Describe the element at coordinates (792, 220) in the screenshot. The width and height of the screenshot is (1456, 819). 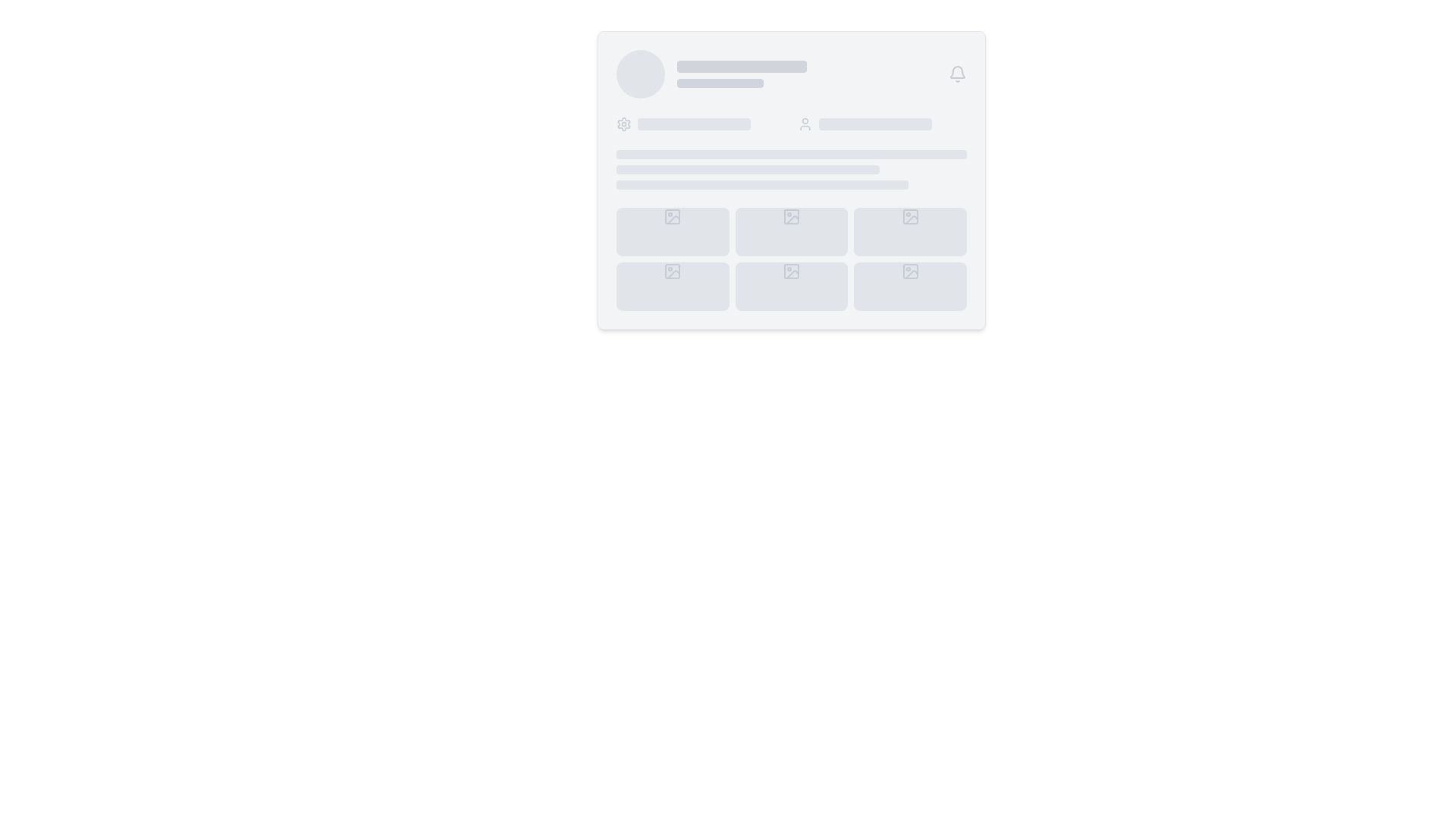
I see `the central placeholder image in the middle row and middle column of the 2x3 grid` at that location.